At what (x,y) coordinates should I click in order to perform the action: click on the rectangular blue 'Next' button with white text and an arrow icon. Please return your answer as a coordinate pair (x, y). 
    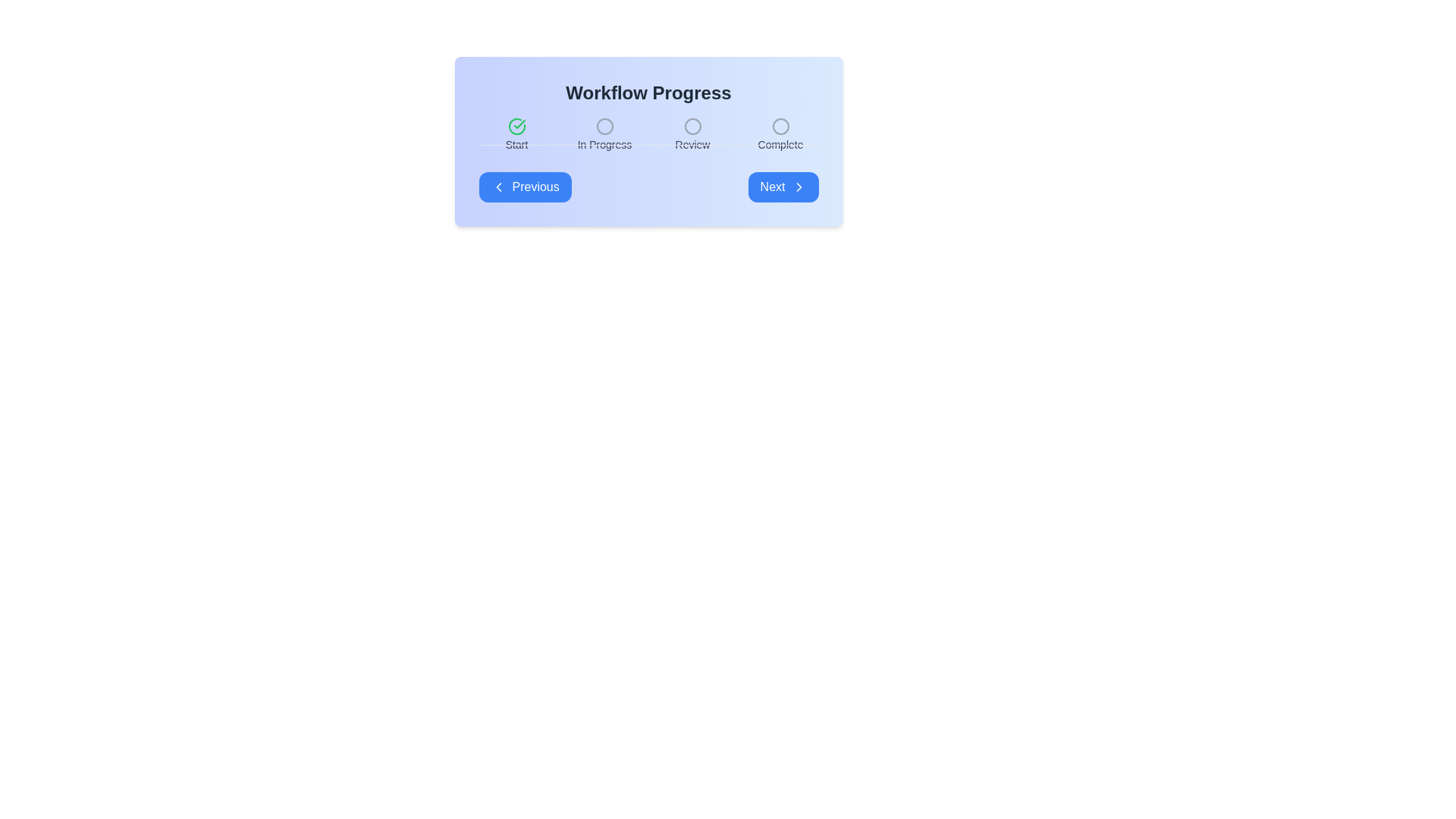
    Looking at the image, I should click on (783, 186).